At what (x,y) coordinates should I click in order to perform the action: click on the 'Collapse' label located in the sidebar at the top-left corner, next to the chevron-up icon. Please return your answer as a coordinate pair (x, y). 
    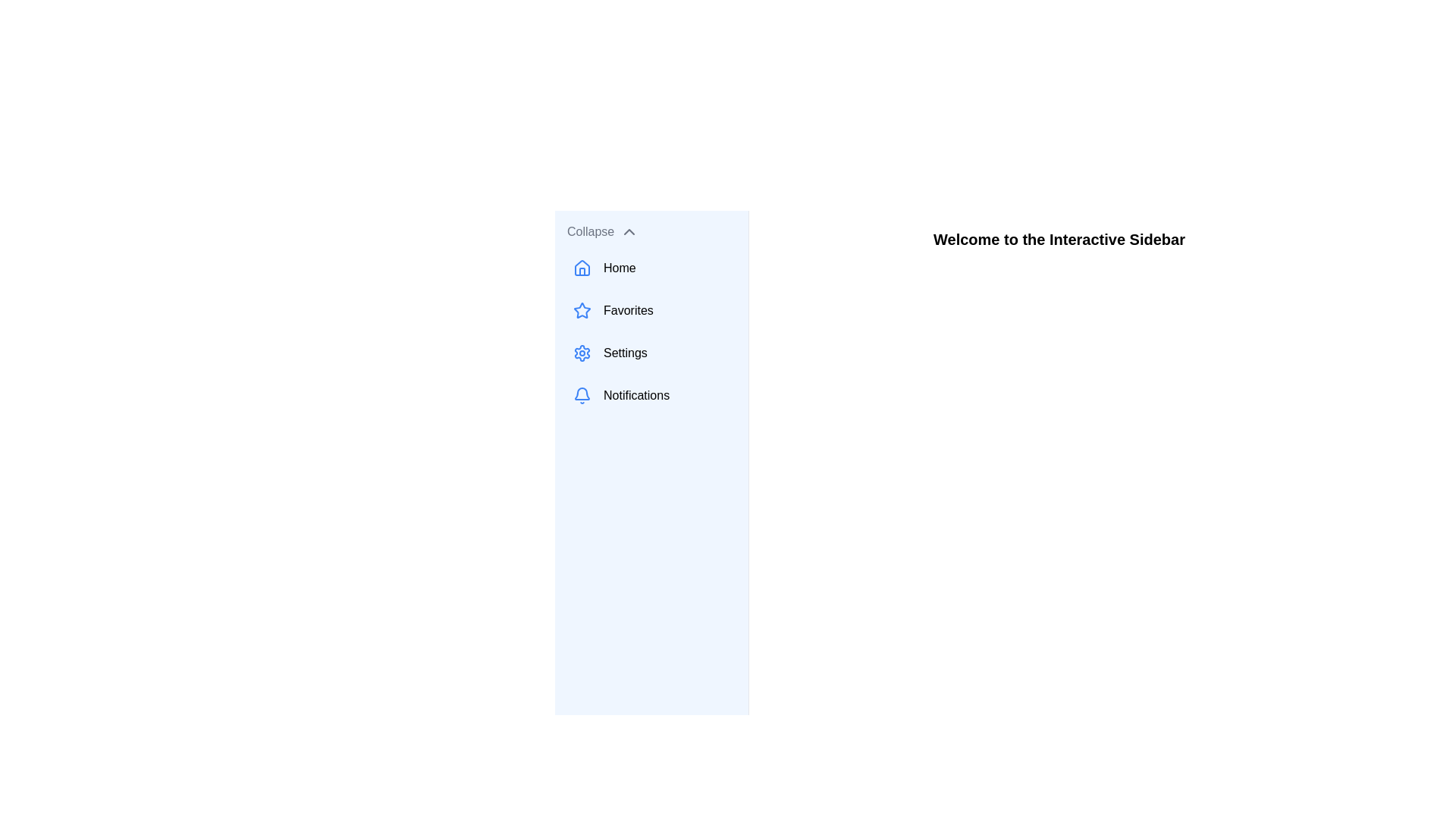
    Looking at the image, I should click on (590, 231).